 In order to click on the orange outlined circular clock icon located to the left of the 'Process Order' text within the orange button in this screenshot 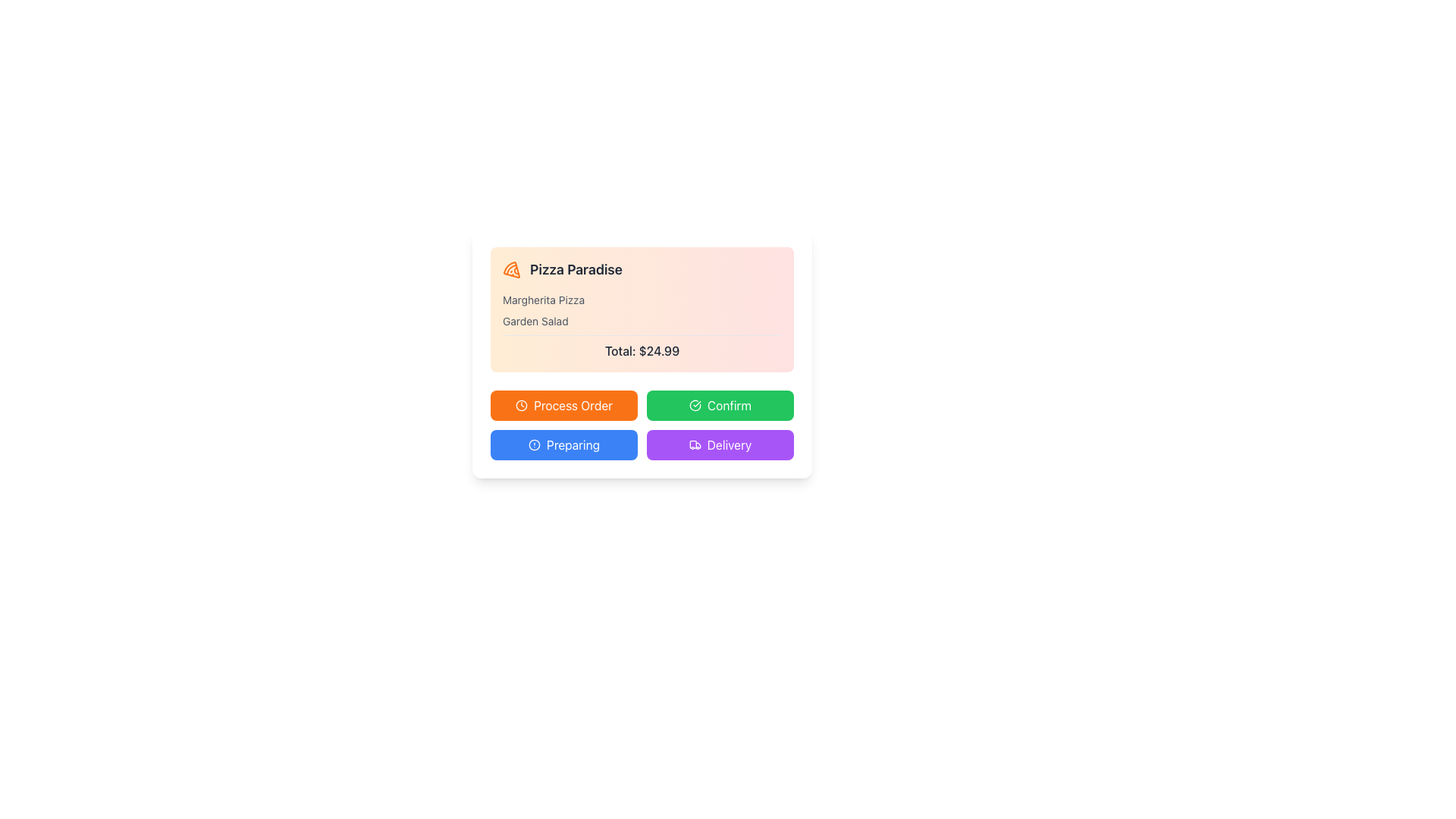, I will do `click(522, 405)`.